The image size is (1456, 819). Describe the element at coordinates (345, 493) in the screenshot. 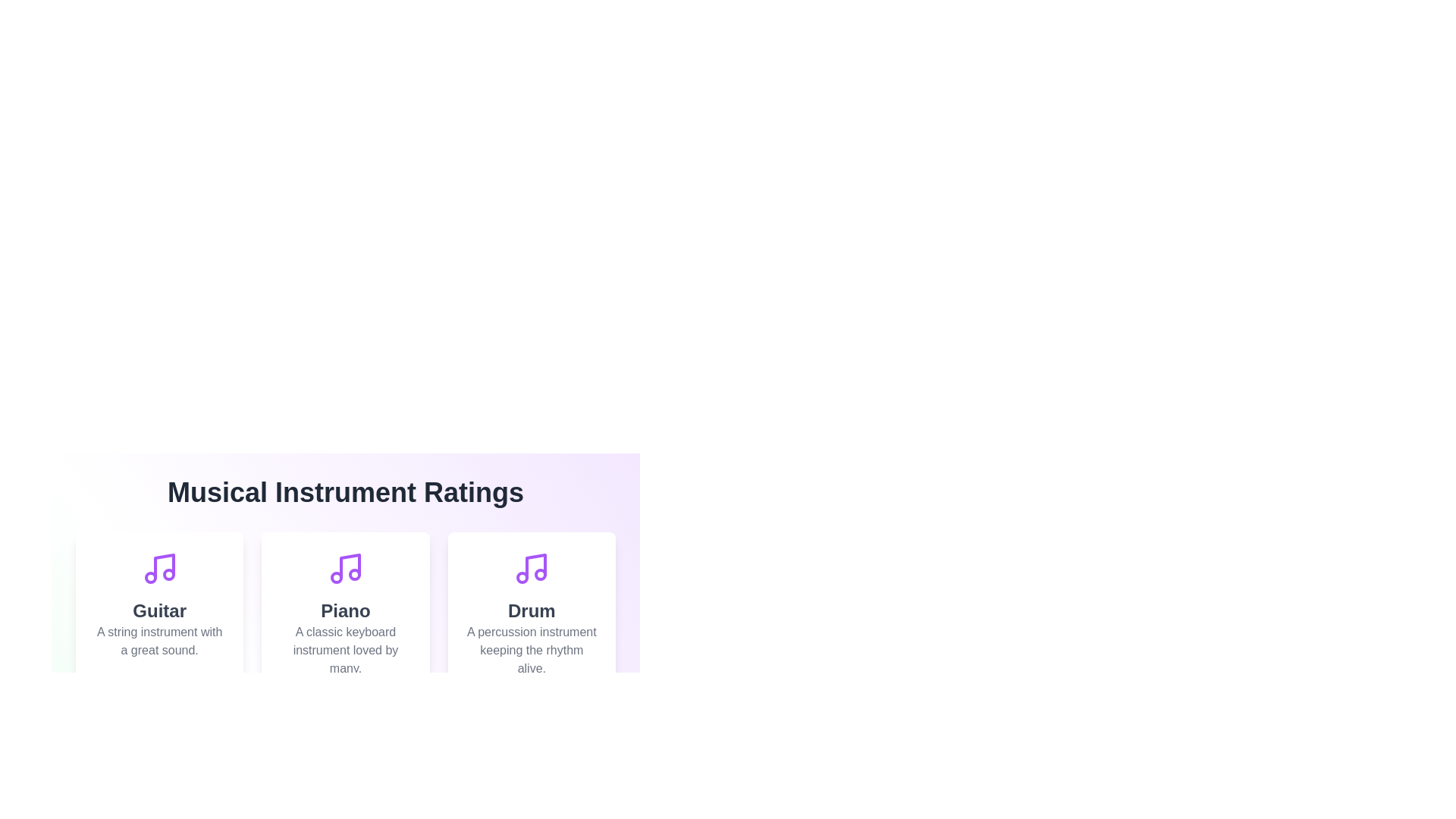

I see `the title of the component, 'Musical Instrument Ratings'` at that location.